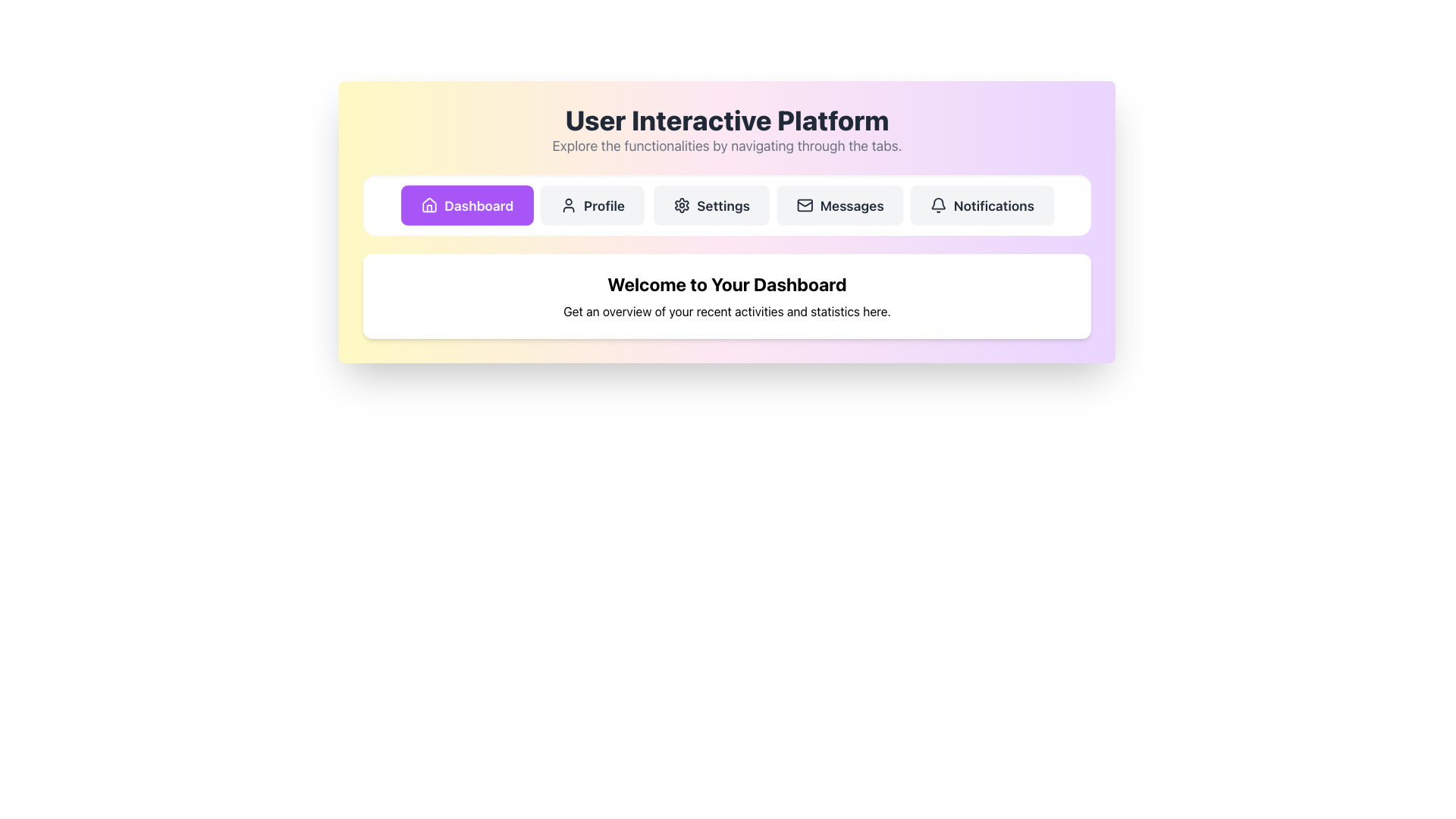  What do you see at coordinates (478, 205) in the screenshot?
I see `the 'Dashboard' label that serves as a navigation button indicator, located adjacent to the house-shaped icon in the top bar` at bounding box center [478, 205].